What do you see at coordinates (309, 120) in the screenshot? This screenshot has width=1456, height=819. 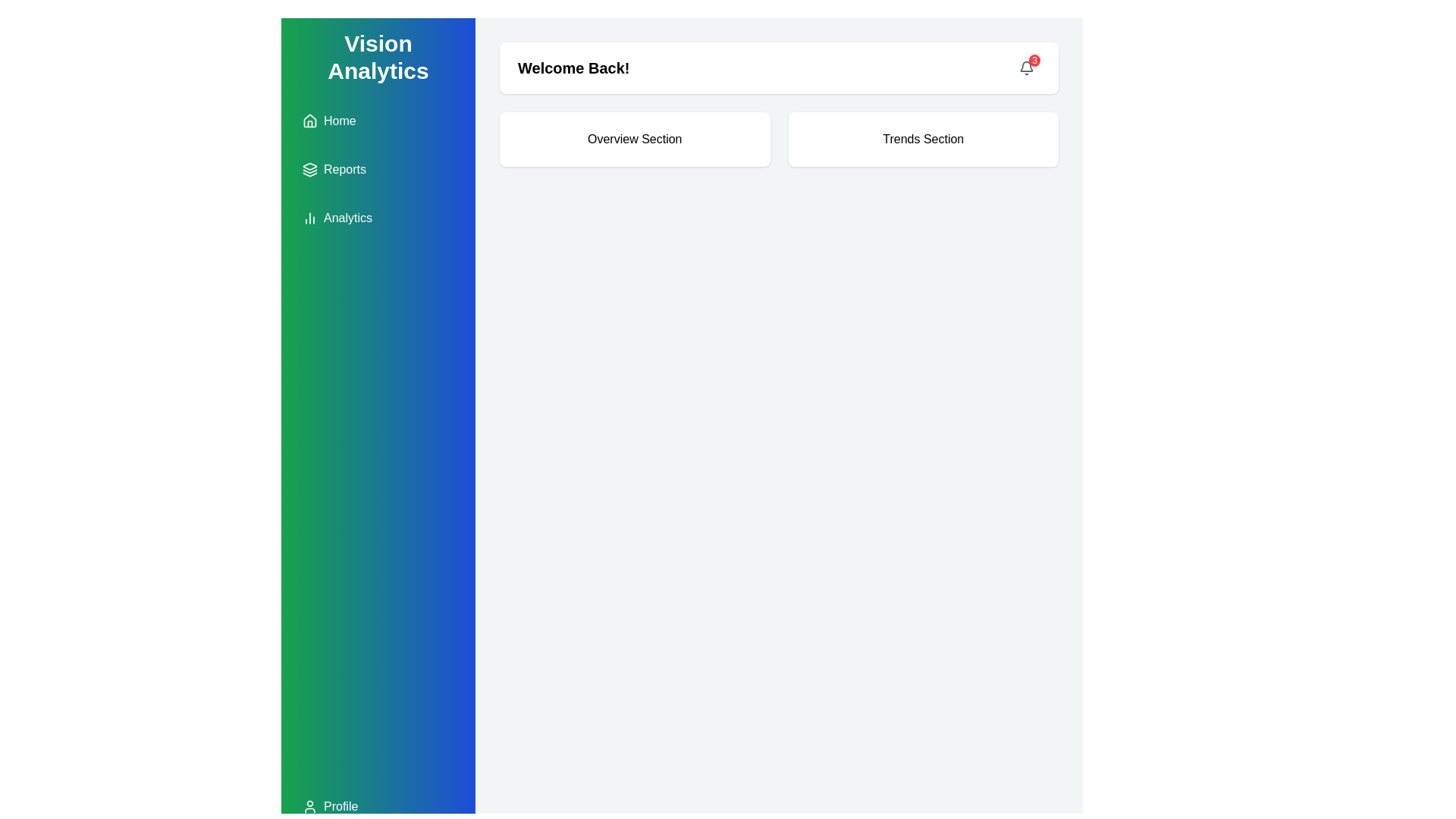 I see `the house icon located in the top section of the vertical menu on the left sidebar` at bounding box center [309, 120].